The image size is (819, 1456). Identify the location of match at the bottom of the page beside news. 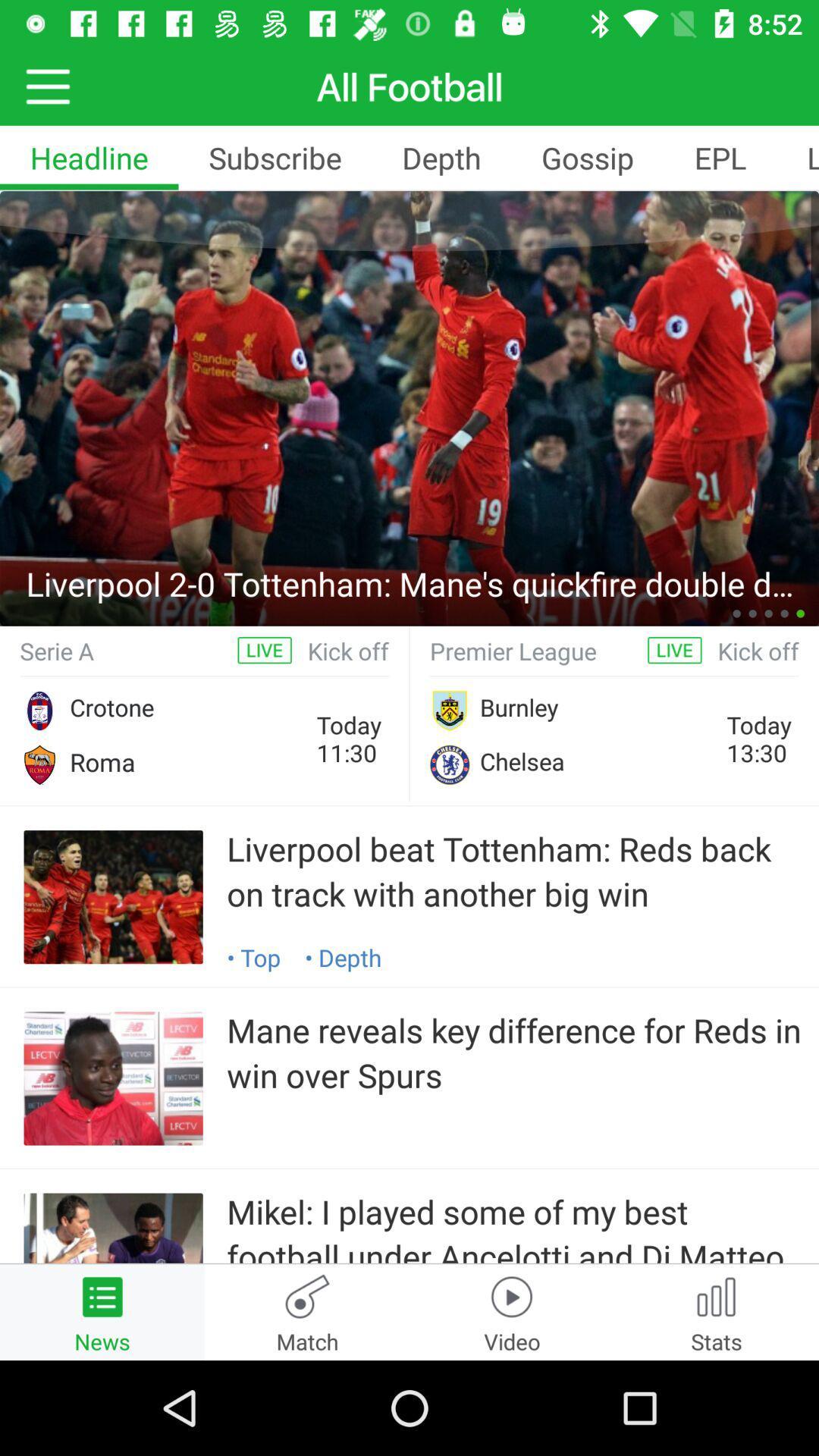
(307, 1311).